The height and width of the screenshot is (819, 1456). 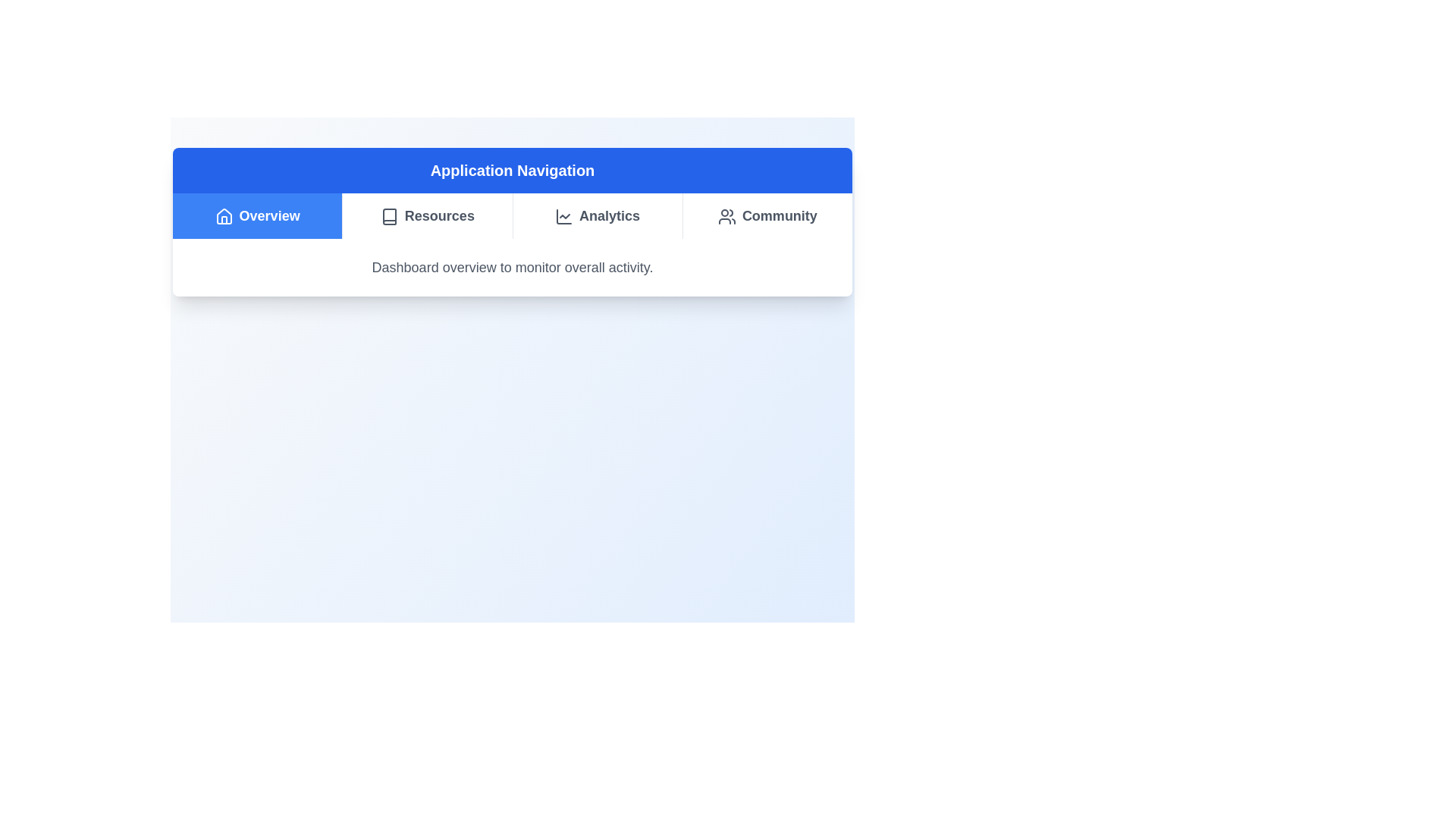 I want to click on the tab item corresponding to Community, so click(x=767, y=216).